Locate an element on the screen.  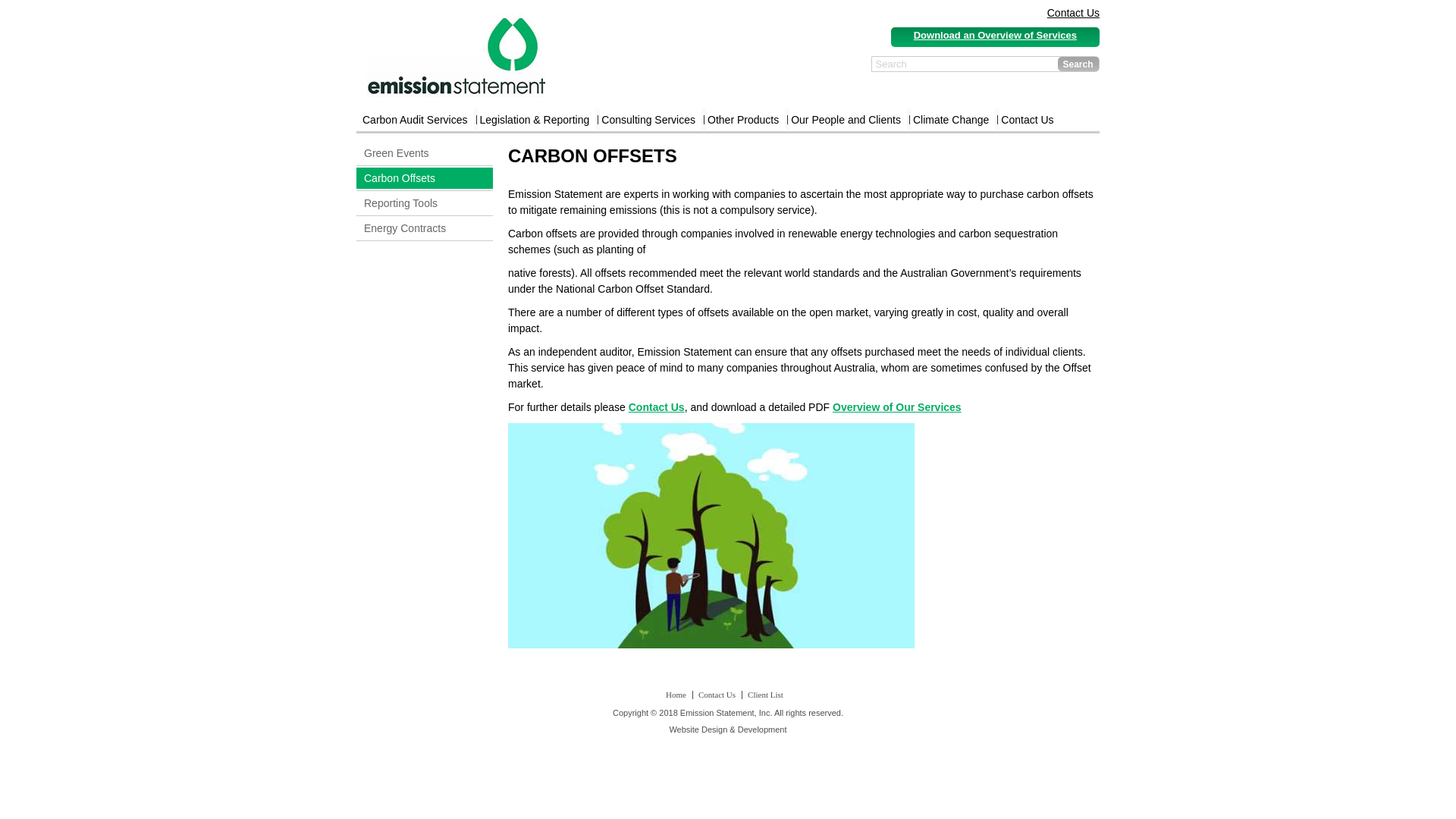
'Other Products' is located at coordinates (742, 119).